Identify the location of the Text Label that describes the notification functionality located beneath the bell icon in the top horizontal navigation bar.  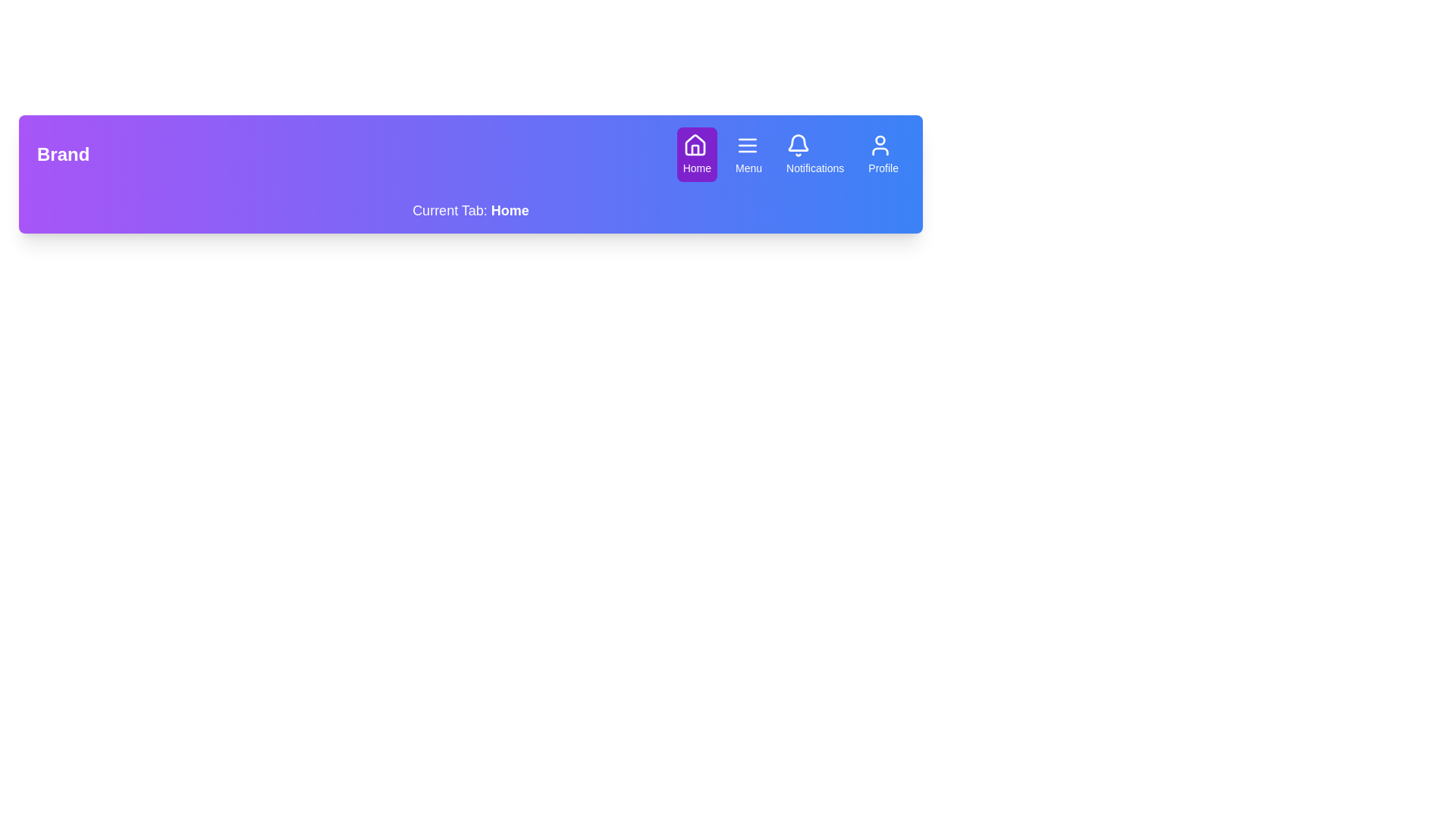
(814, 168).